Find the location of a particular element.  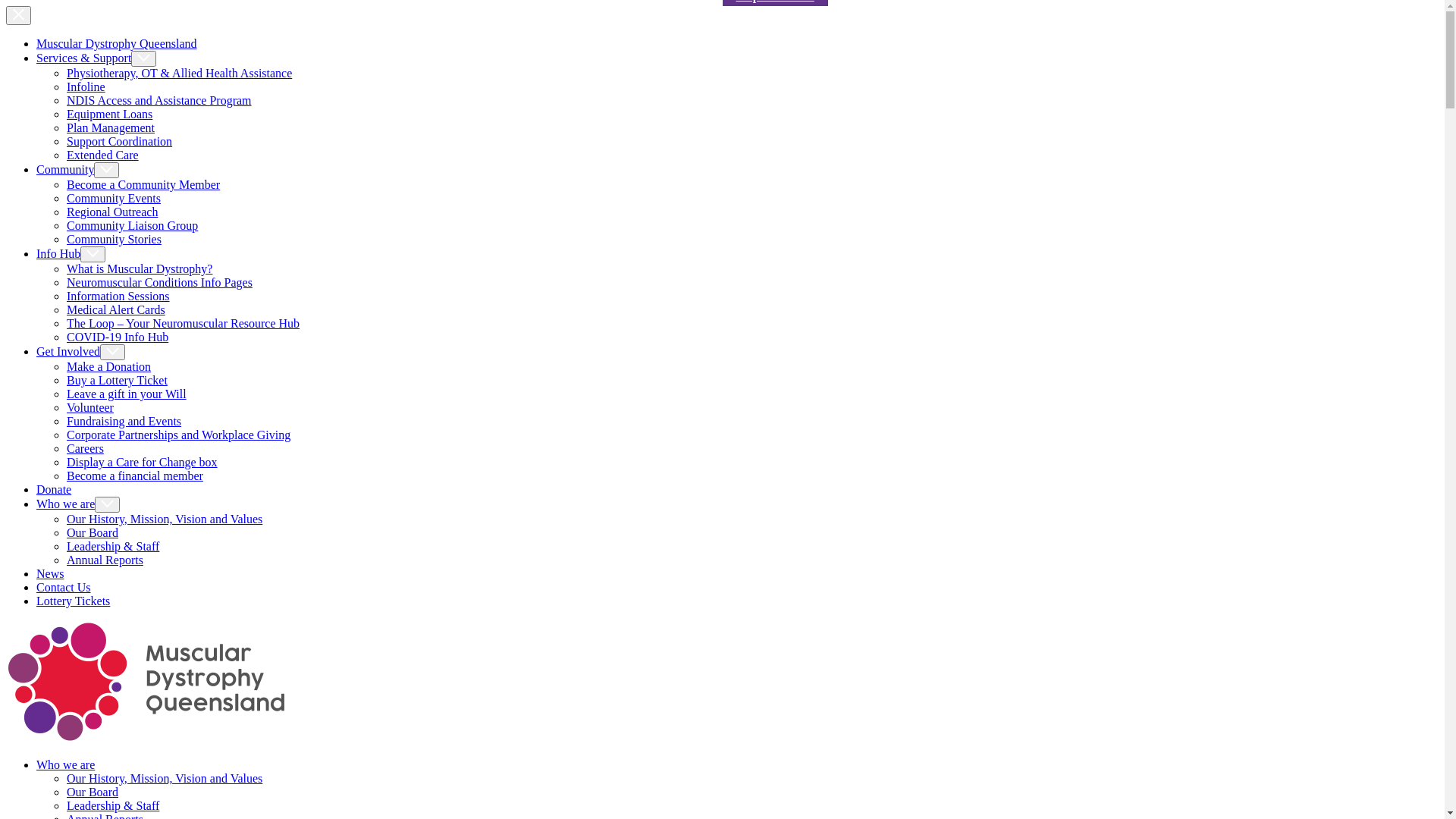

'Support Coordination' is located at coordinates (118, 141).